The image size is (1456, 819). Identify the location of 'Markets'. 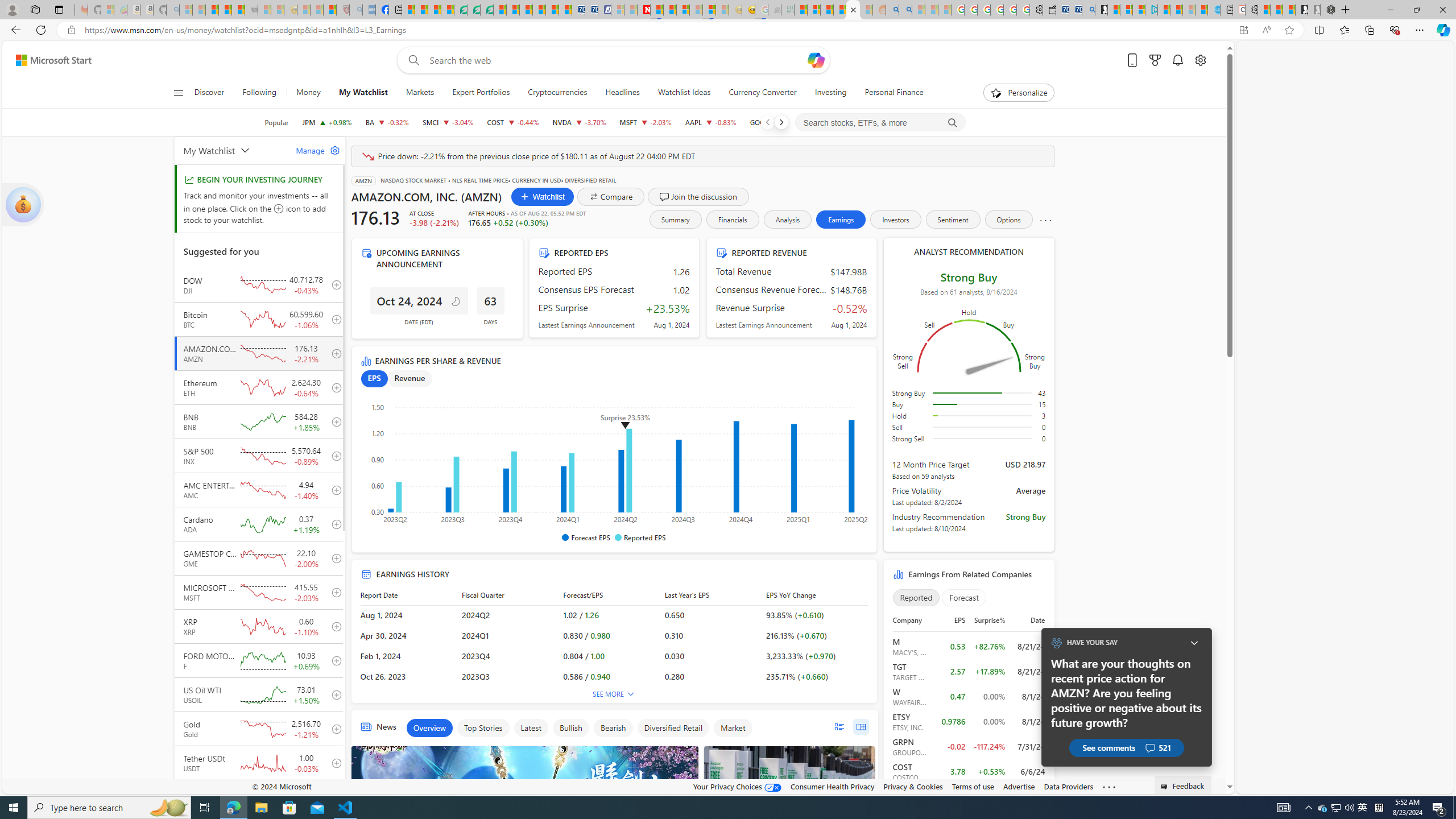
(419, 92).